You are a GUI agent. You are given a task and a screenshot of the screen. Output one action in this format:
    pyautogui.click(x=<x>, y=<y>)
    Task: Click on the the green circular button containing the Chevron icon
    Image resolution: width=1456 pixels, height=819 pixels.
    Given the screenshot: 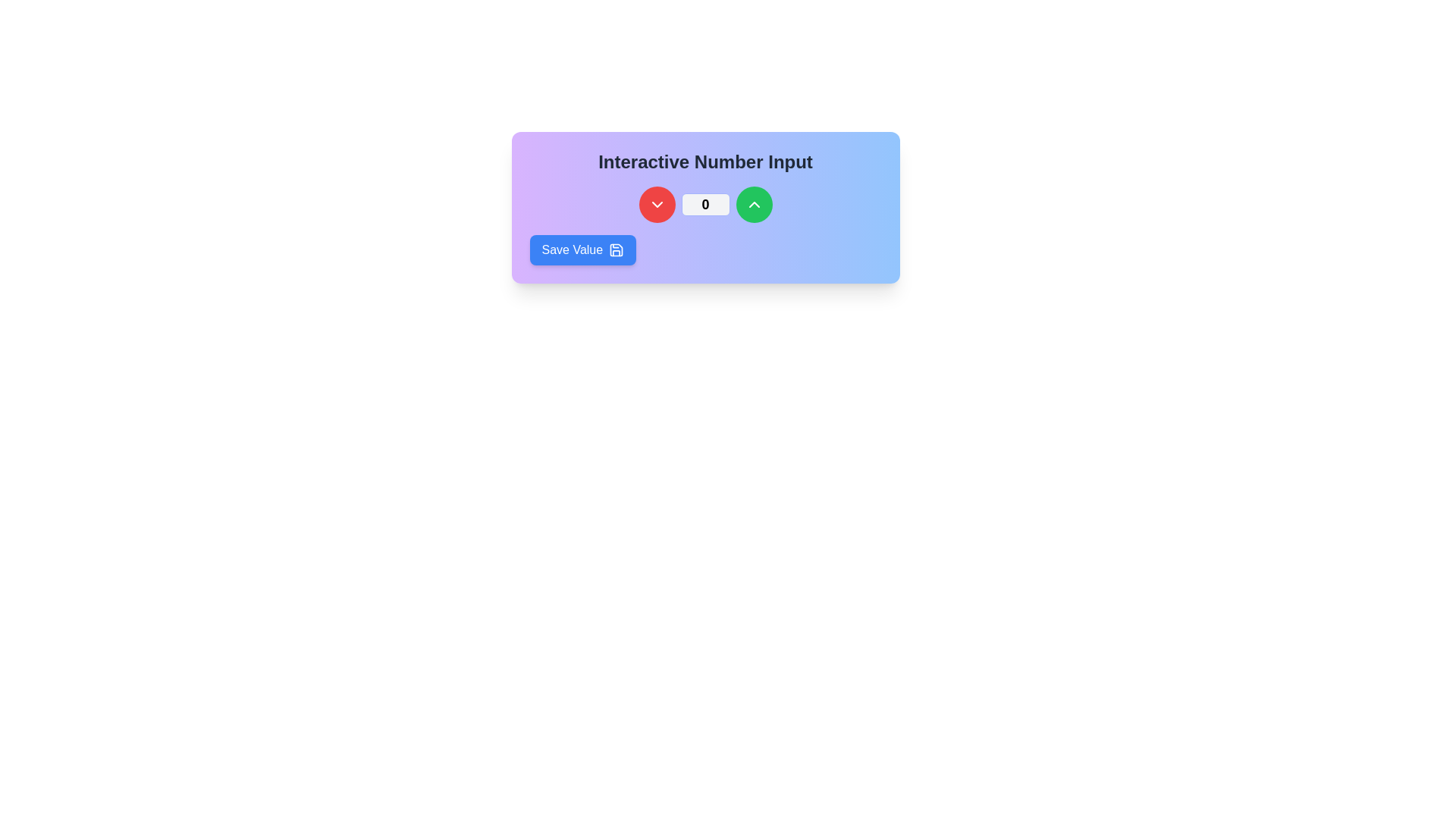 What is the action you would take?
    pyautogui.click(x=754, y=205)
    